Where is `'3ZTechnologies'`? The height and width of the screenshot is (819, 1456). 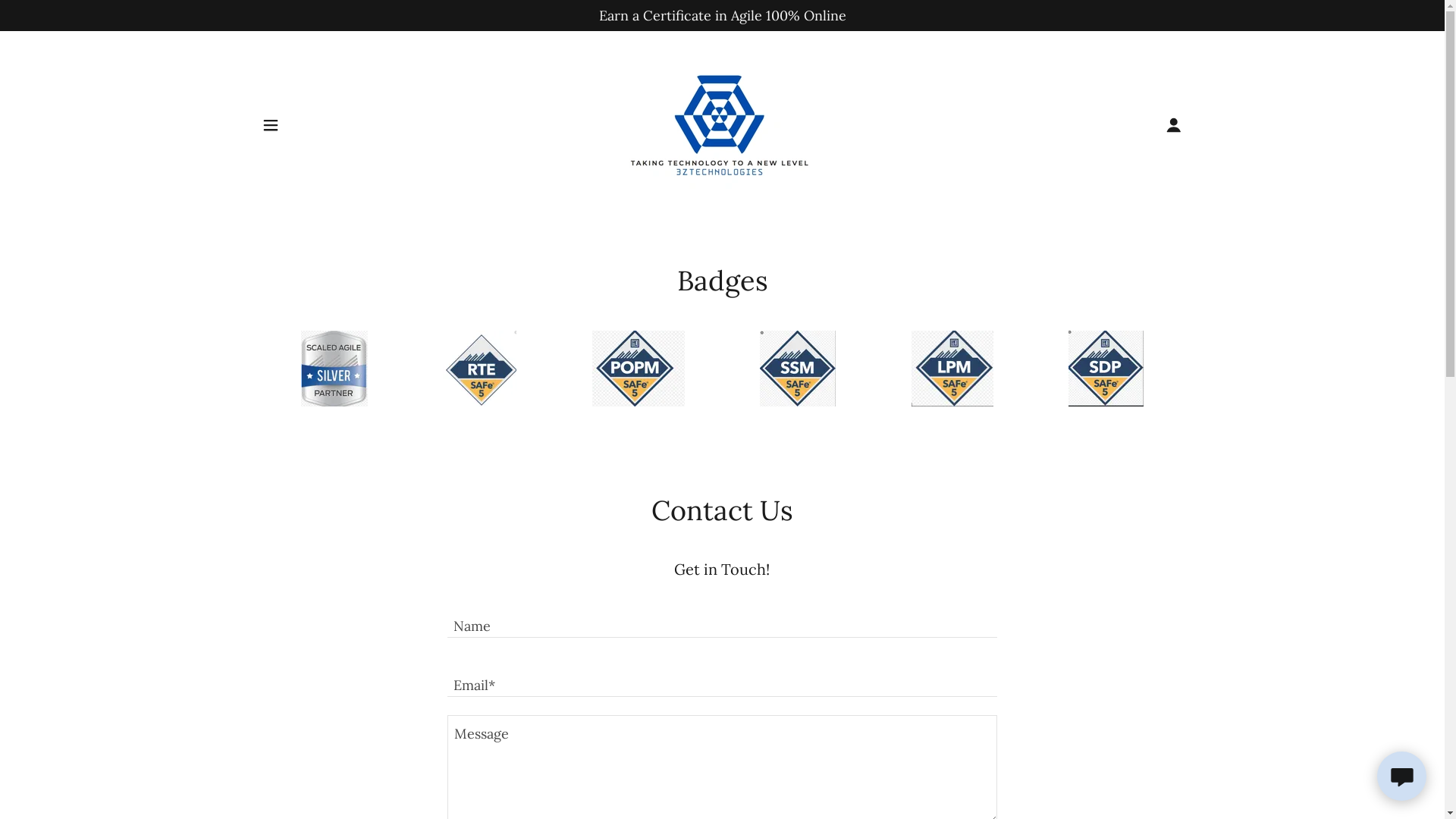 '3ZTechnologies' is located at coordinates (721, 123).